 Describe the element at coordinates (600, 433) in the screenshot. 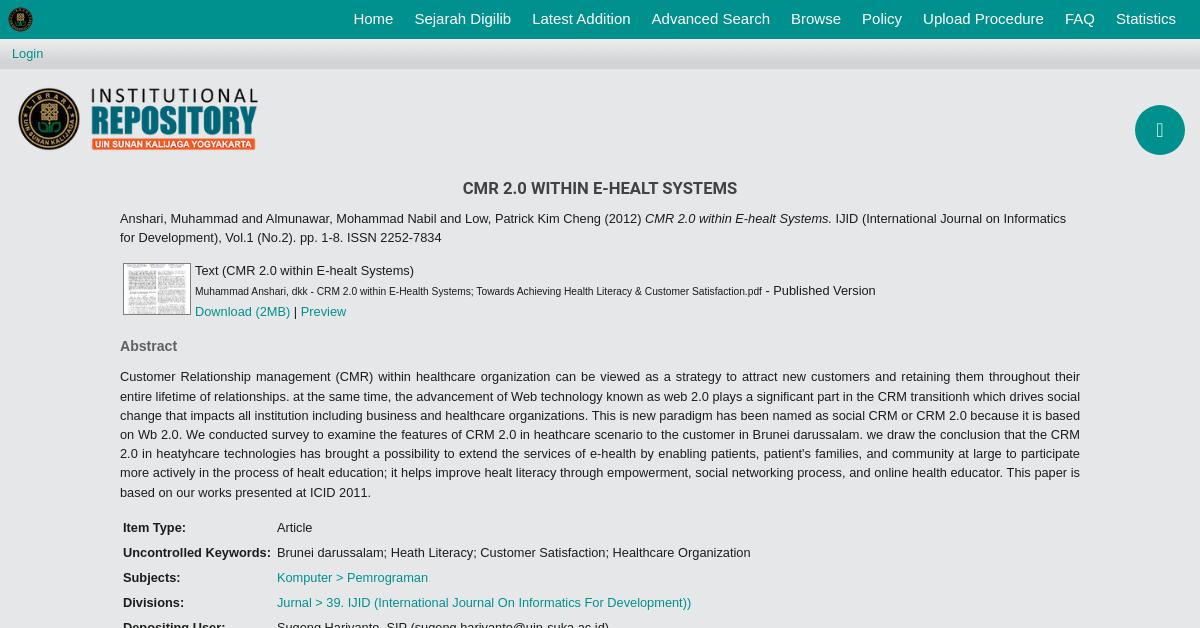

I see `'Customer Relationship management (CMR) within healthcare organization can be viewed as a strategy to attract new customers and retaining them throughout their entire lifetime of relationships. at the same time, the advancement of Web technology known as web 2.0 plays a significant part in the CRM transitionh which drives social change that impacts all institution including business and healthcare organizations. This is new paradigm has been named as social CRM or CRM 2.0 because it is based on Wb 2.0. We conducted survey to examine the features of CRM 2.0 in heathcare scenario to the customer in Brunei darussalam. we draw the conclusion that the CRM 2.0 in heatyhcare technologies has brought a possibility to extend the services of e-health by enabling patients, patient's families, and community at large to participate more actively in the process of healt education; it helps improve healt literacy through empowerment, social networking process, and online health educator. This paper is based on our works presented at ICID 2011.'` at that location.